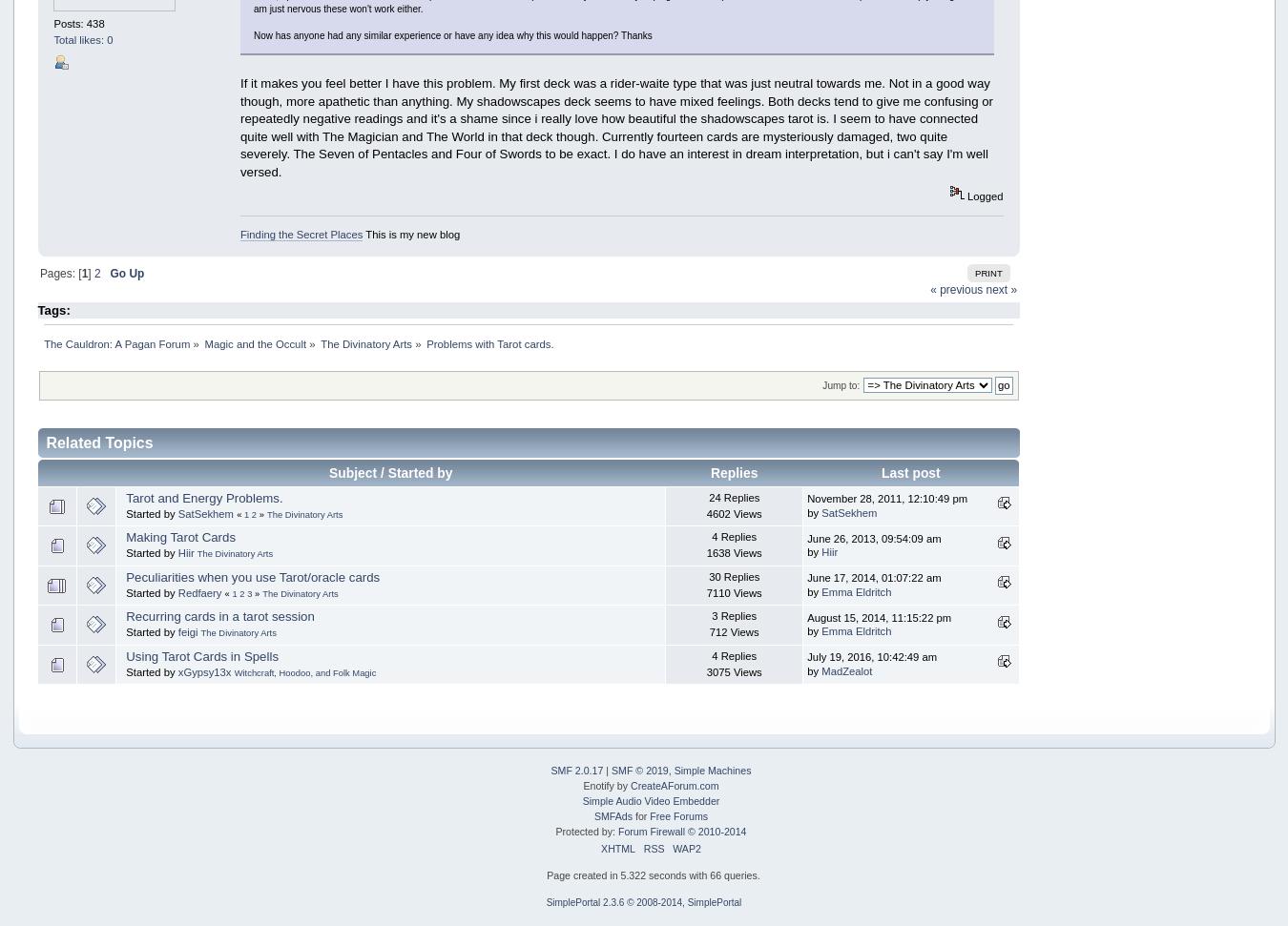 This screenshot has height=926, width=1288. What do you see at coordinates (1001, 287) in the screenshot?
I see `'next »'` at bounding box center [1001, 287].